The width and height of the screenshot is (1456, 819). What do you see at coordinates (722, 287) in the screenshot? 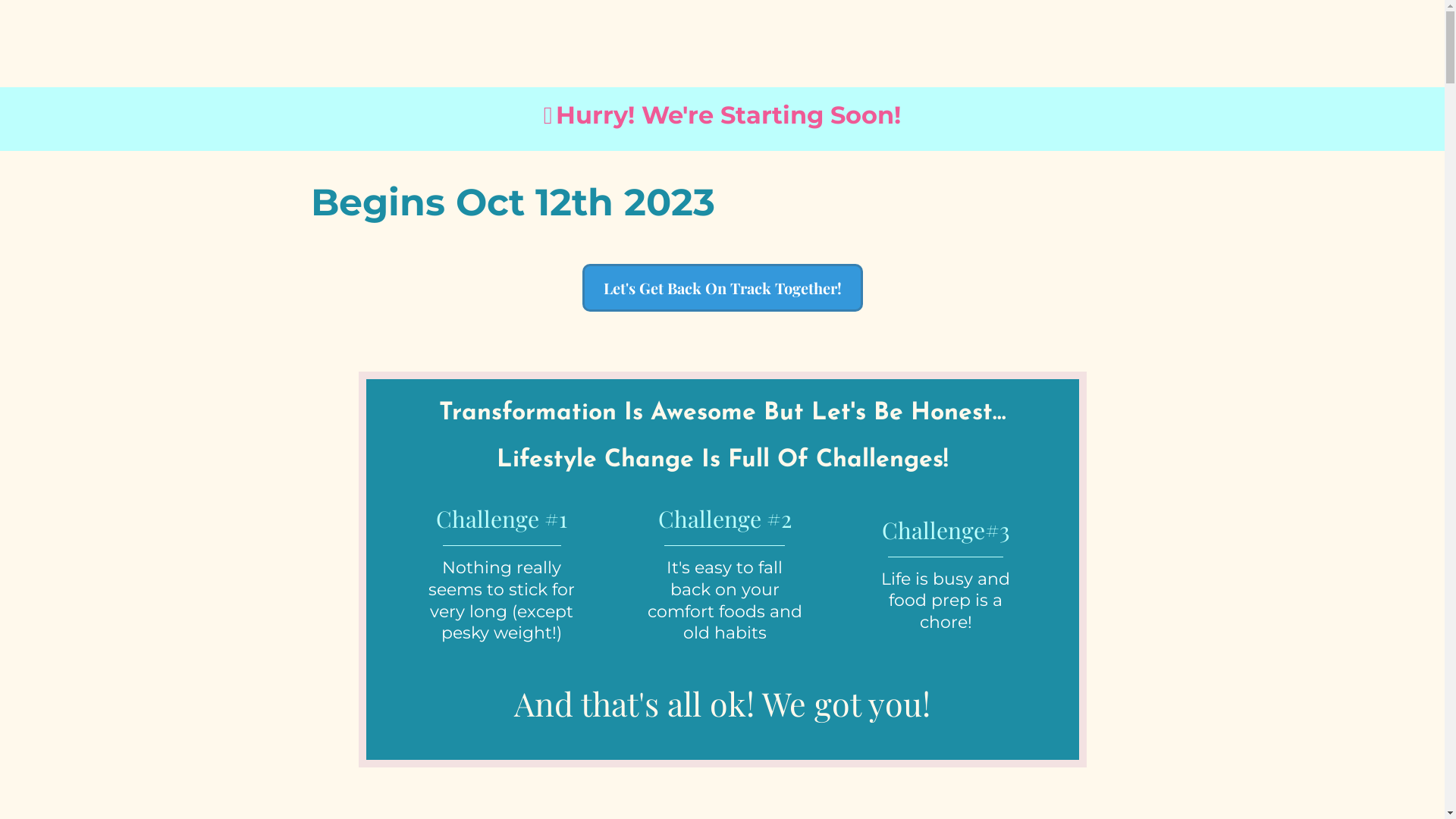
I see `'Let's Get Back On Track Together!'` at bounding box center [722, 287].